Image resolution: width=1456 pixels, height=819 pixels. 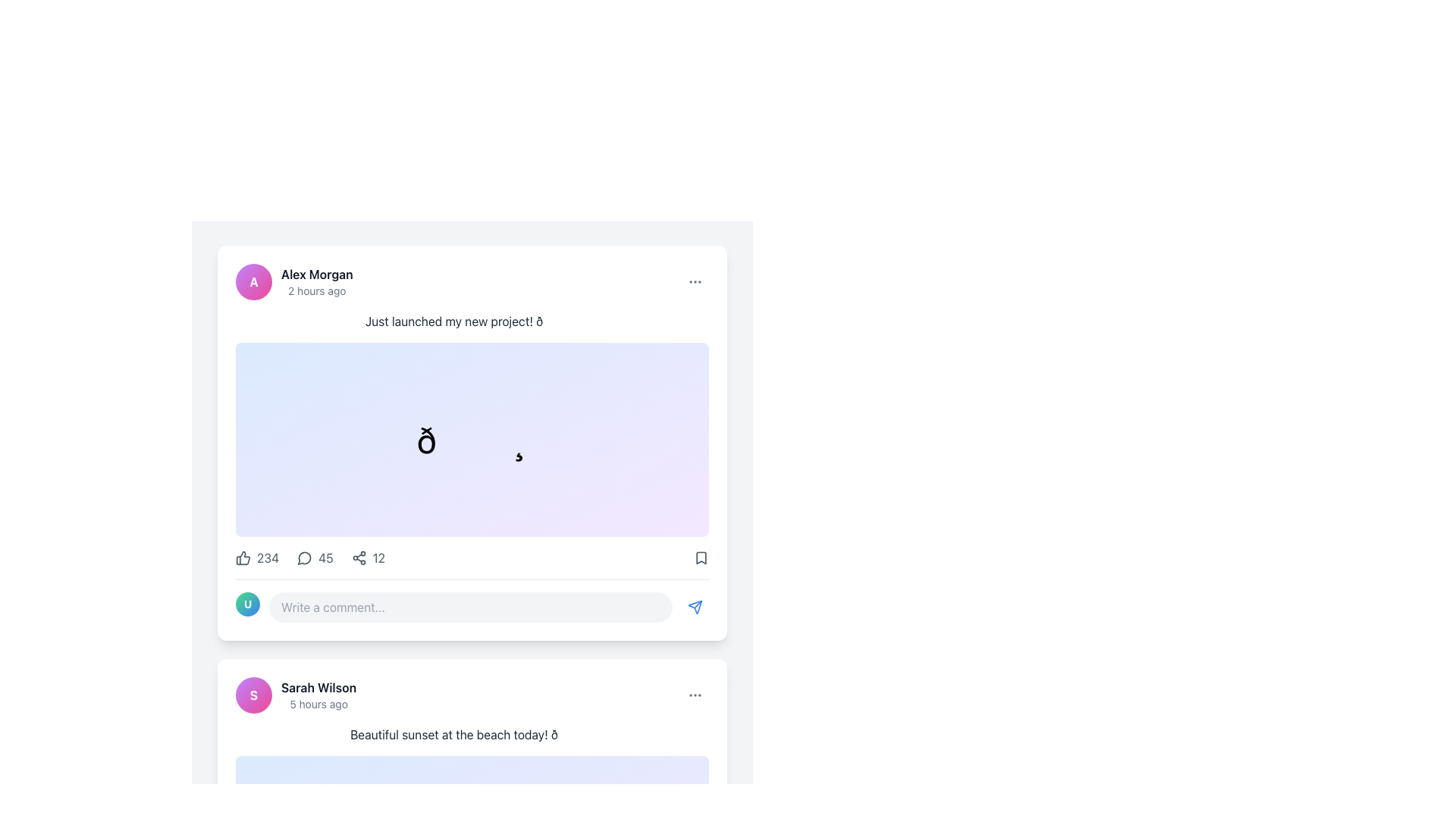 What do you see at coordinates (694, 281) in the screenshot?
I see `the middle circular dot of the horizontally aligned ellipsis icon located in the top-right corner of the user's post card` at bounding box center [694, 281].